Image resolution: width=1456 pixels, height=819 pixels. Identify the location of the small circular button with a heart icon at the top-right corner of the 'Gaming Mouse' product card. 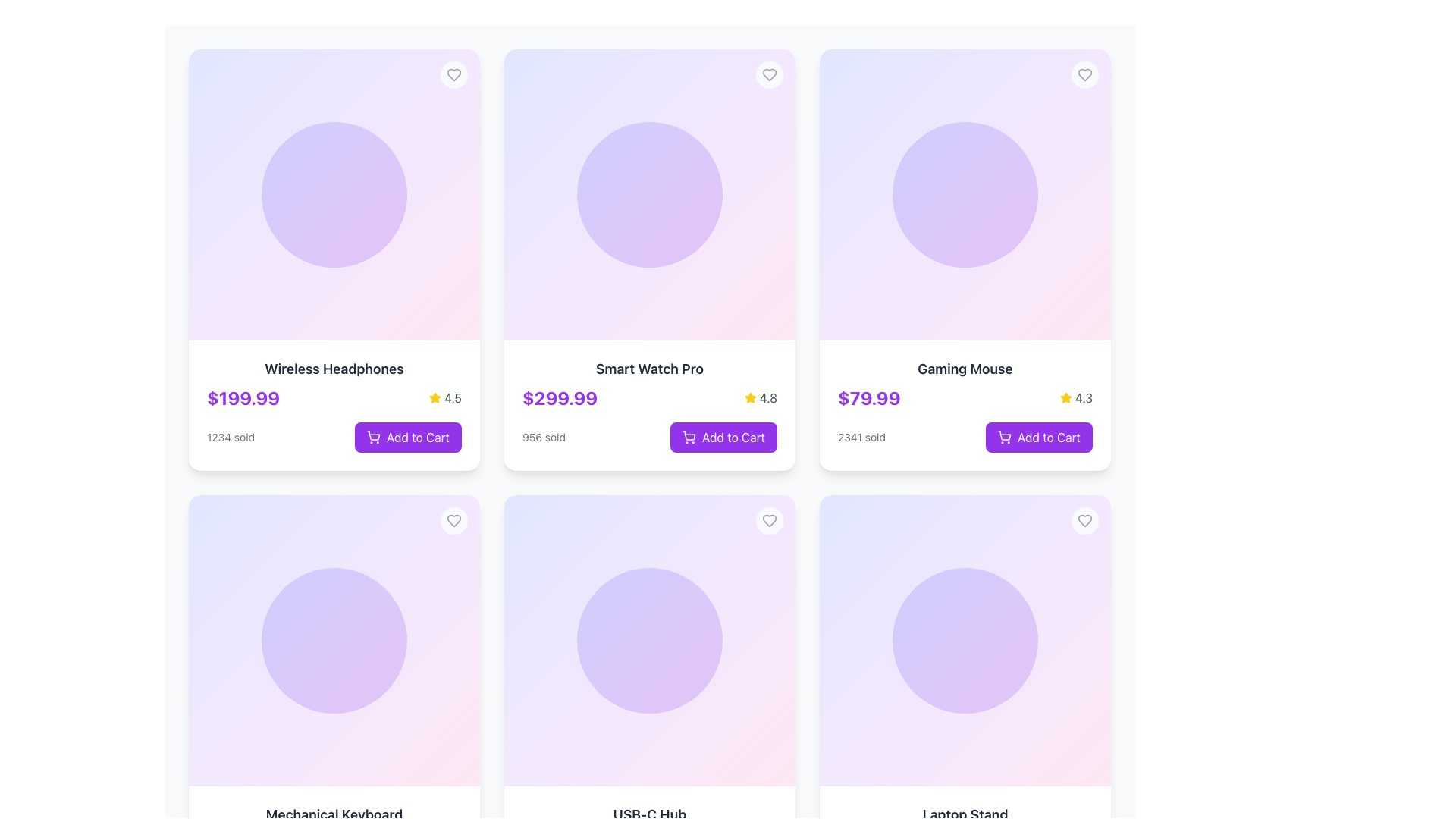
(1084, 75).